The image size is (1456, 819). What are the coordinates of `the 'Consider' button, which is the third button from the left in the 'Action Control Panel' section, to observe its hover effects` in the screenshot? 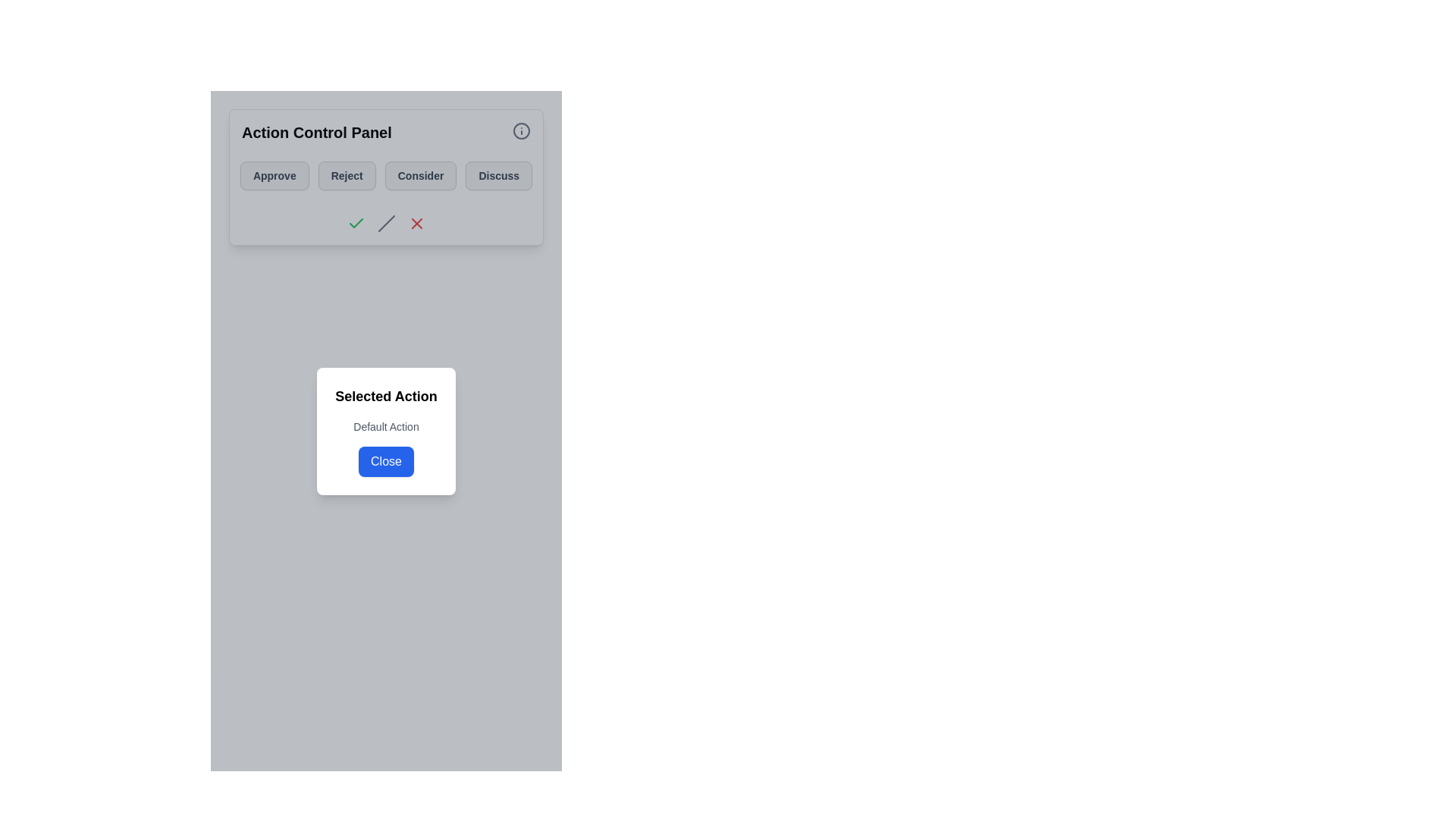 It's located at (421, 174).